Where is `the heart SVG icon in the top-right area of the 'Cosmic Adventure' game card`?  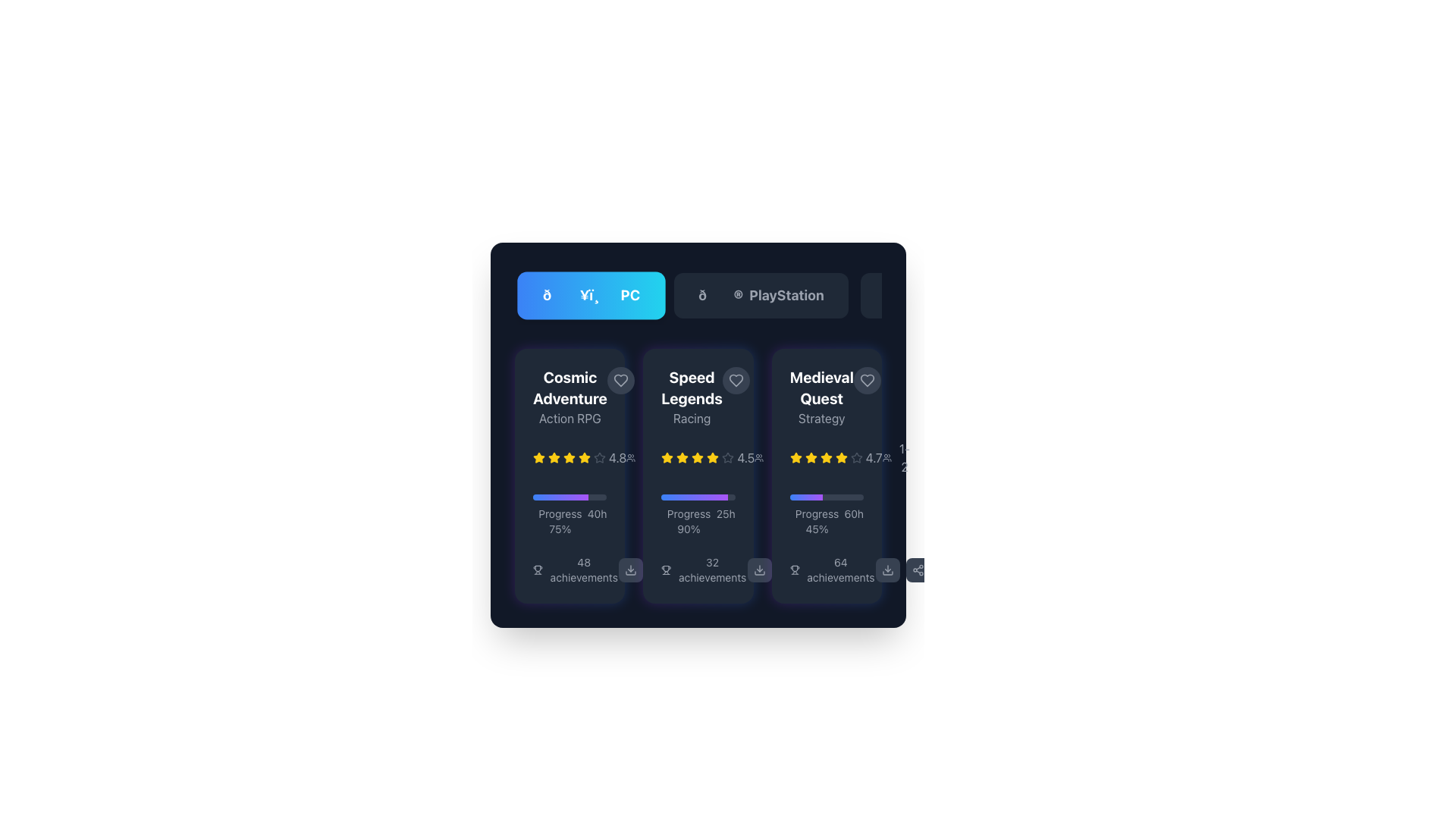 the heart SVG icon in the top-right area of the 'Cosmic Adventure' game card is located at coordinates (620, 379).